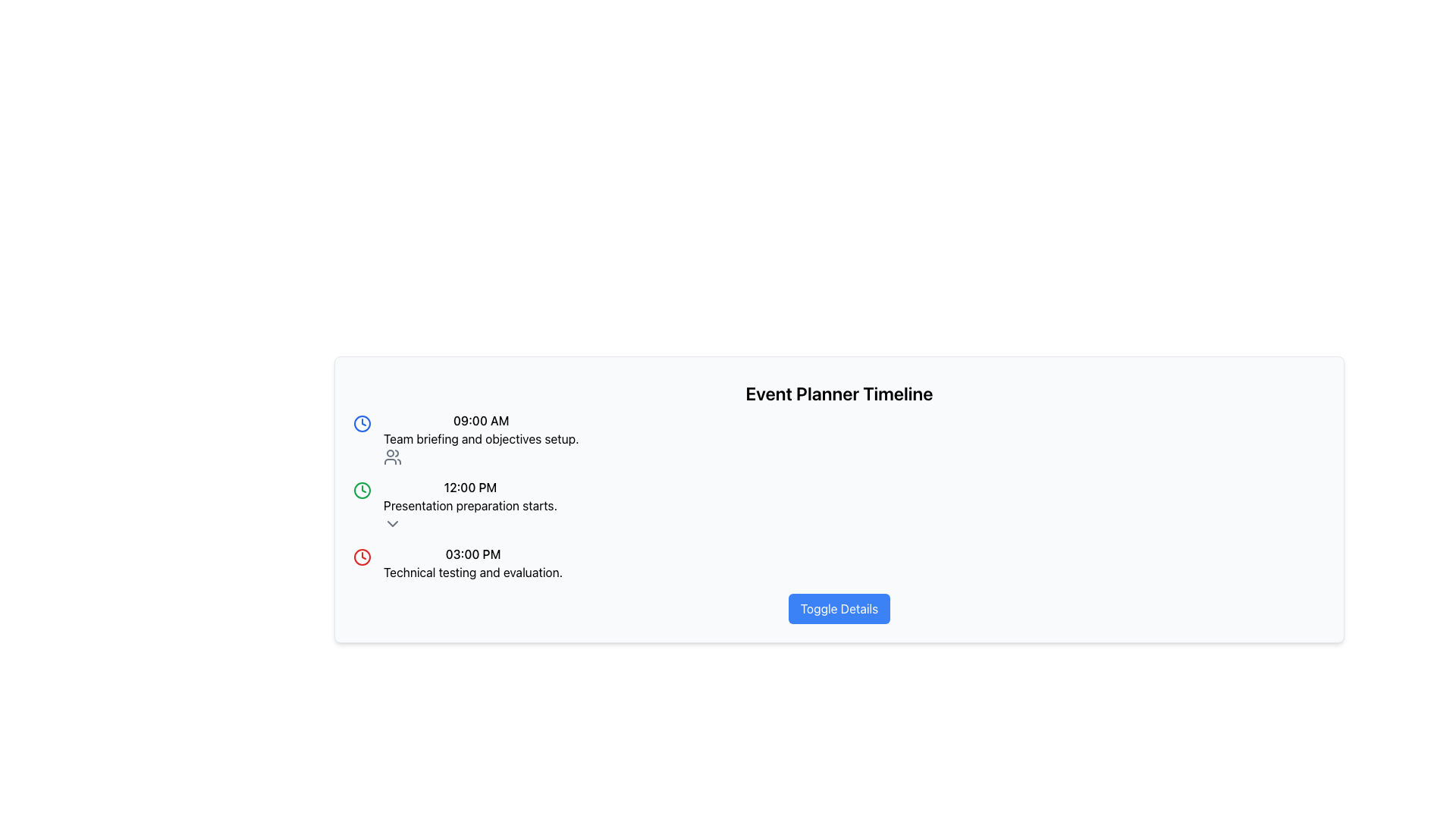 The height and width of the screenshot is (819, 1456). What do you see at coordinates (469, 488) in the screenshot?
I see `the text label displaying '12:00 PM', which is bold and distinct, located between other timeline events` at bounding box center [469, 488].